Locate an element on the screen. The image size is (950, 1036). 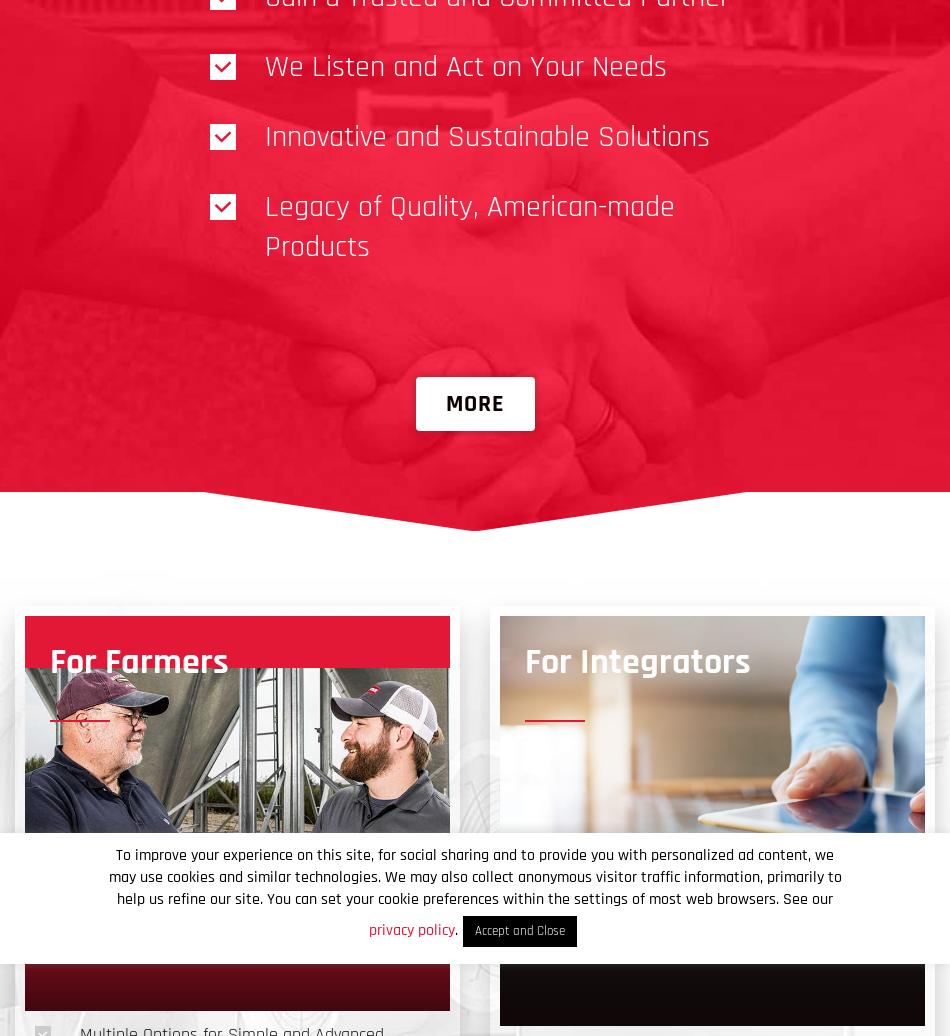
'More' is located at coordinates (443, 404).